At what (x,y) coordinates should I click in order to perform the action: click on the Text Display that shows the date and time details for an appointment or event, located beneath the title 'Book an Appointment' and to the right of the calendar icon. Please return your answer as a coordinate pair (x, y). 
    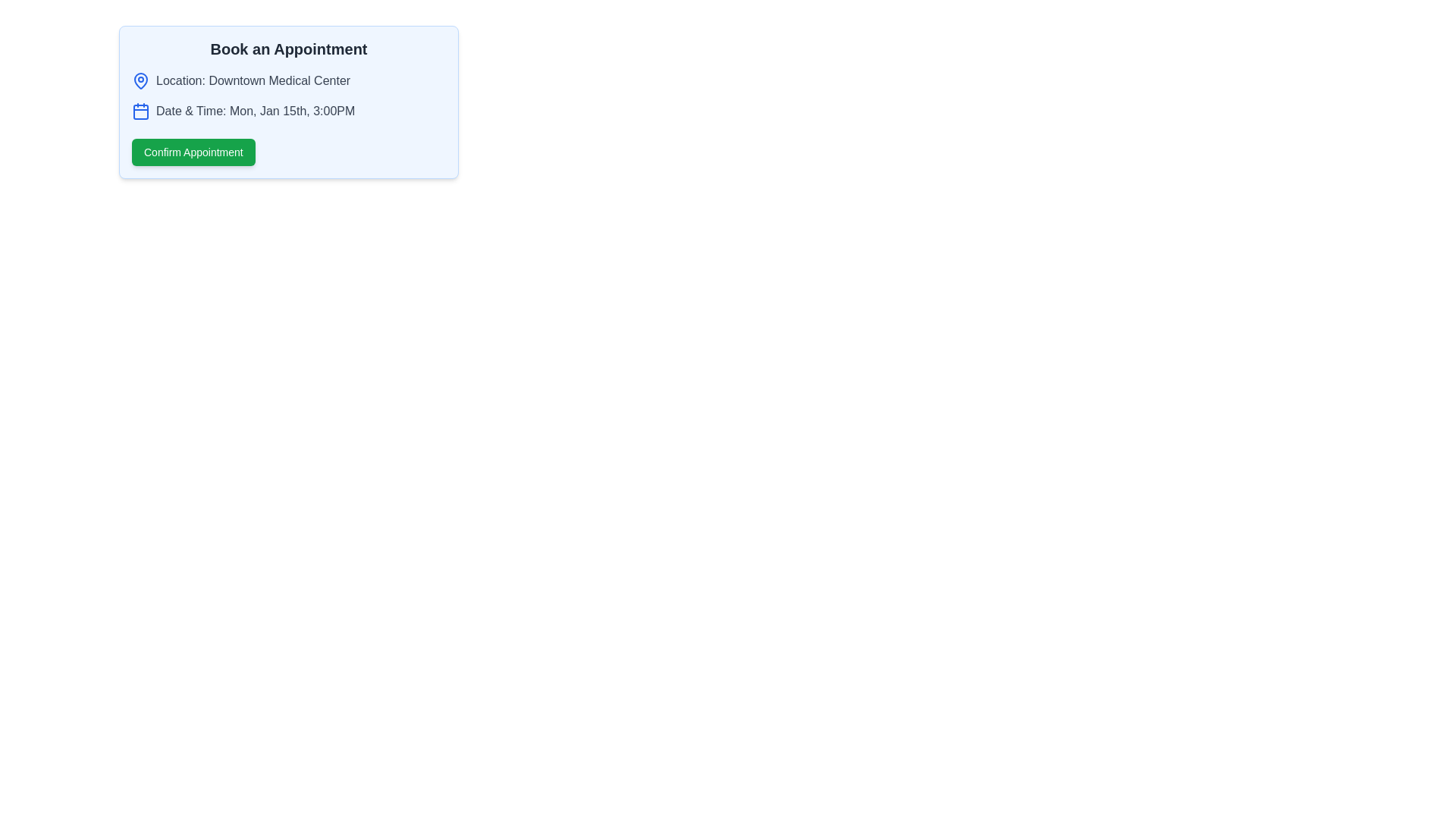
    Looking at the image, I should click on (256, 110).